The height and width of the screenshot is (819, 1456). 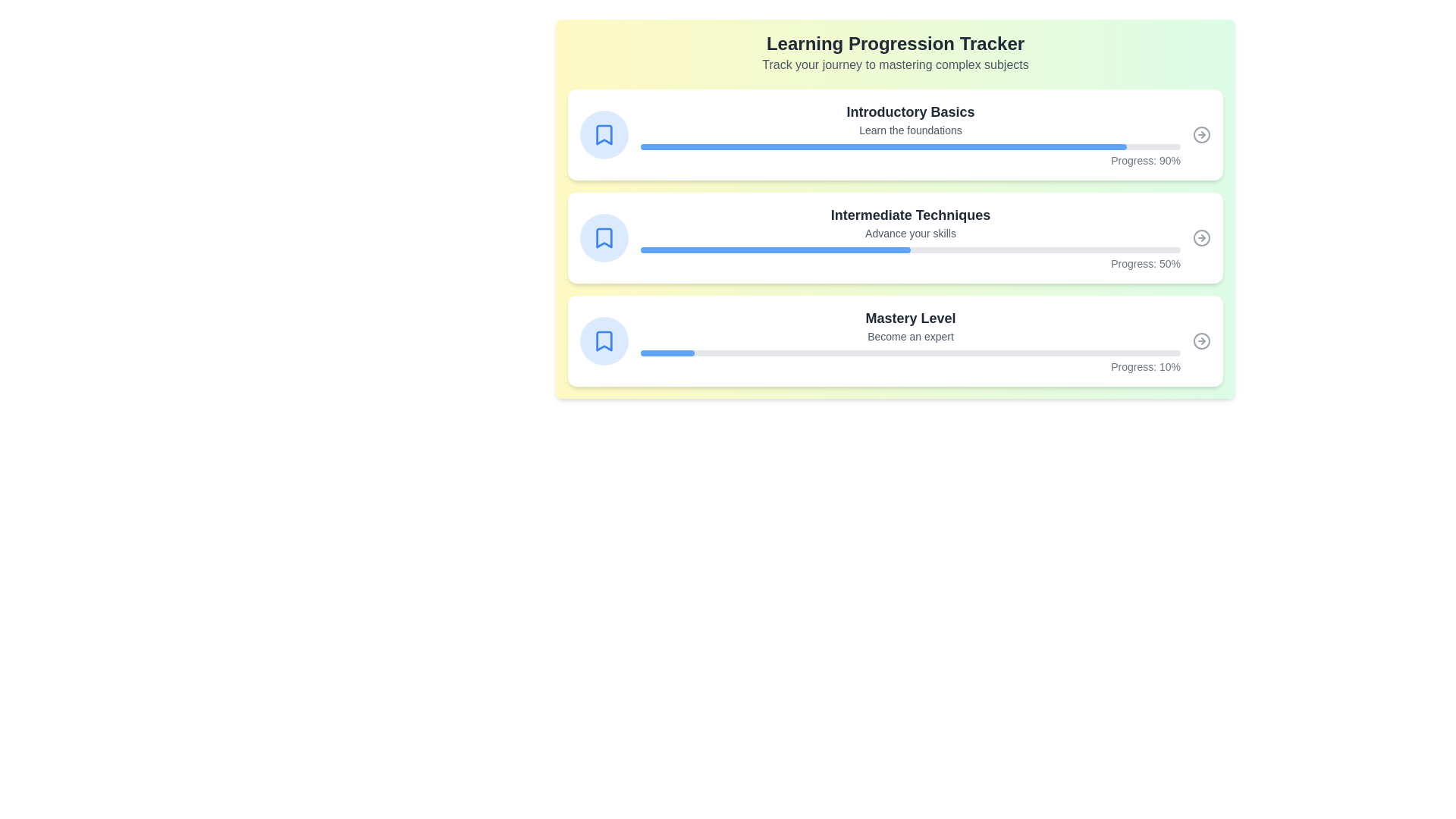 I want to click on the Progress Bar located below the text 'Advance your skills' and above the 'Progress: 50%' label, which features a gray background with a blue filled portion indicating 50% completion, so click(x=910, y=249).